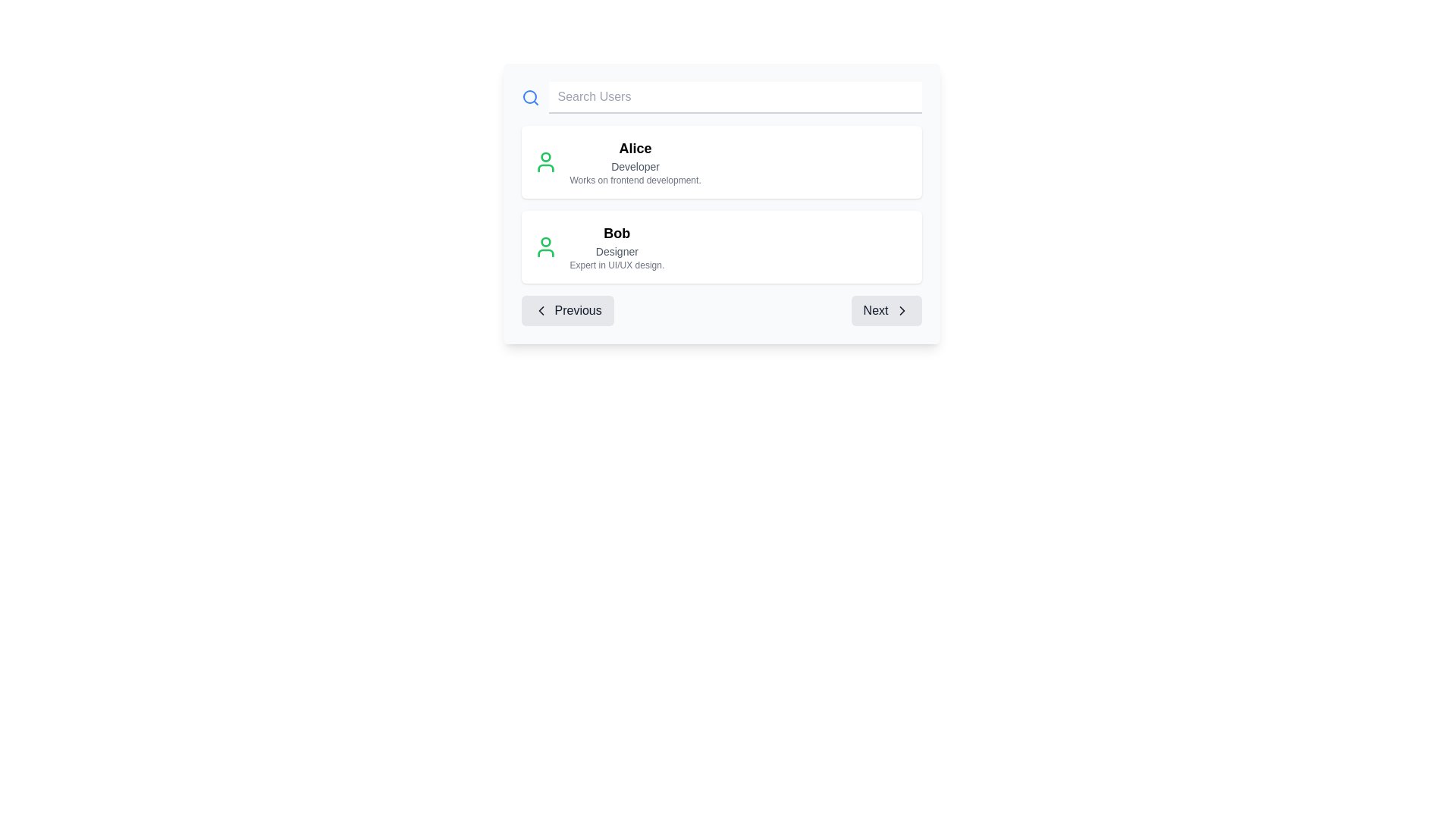 The image size is (1456, 819). Describe the element at coordinates (545, 253) in the screenshot. I see `the lower portion of the user avatar icon representing a person, located to the left of the name 'Bob' in the second user entry of the list` at that location.